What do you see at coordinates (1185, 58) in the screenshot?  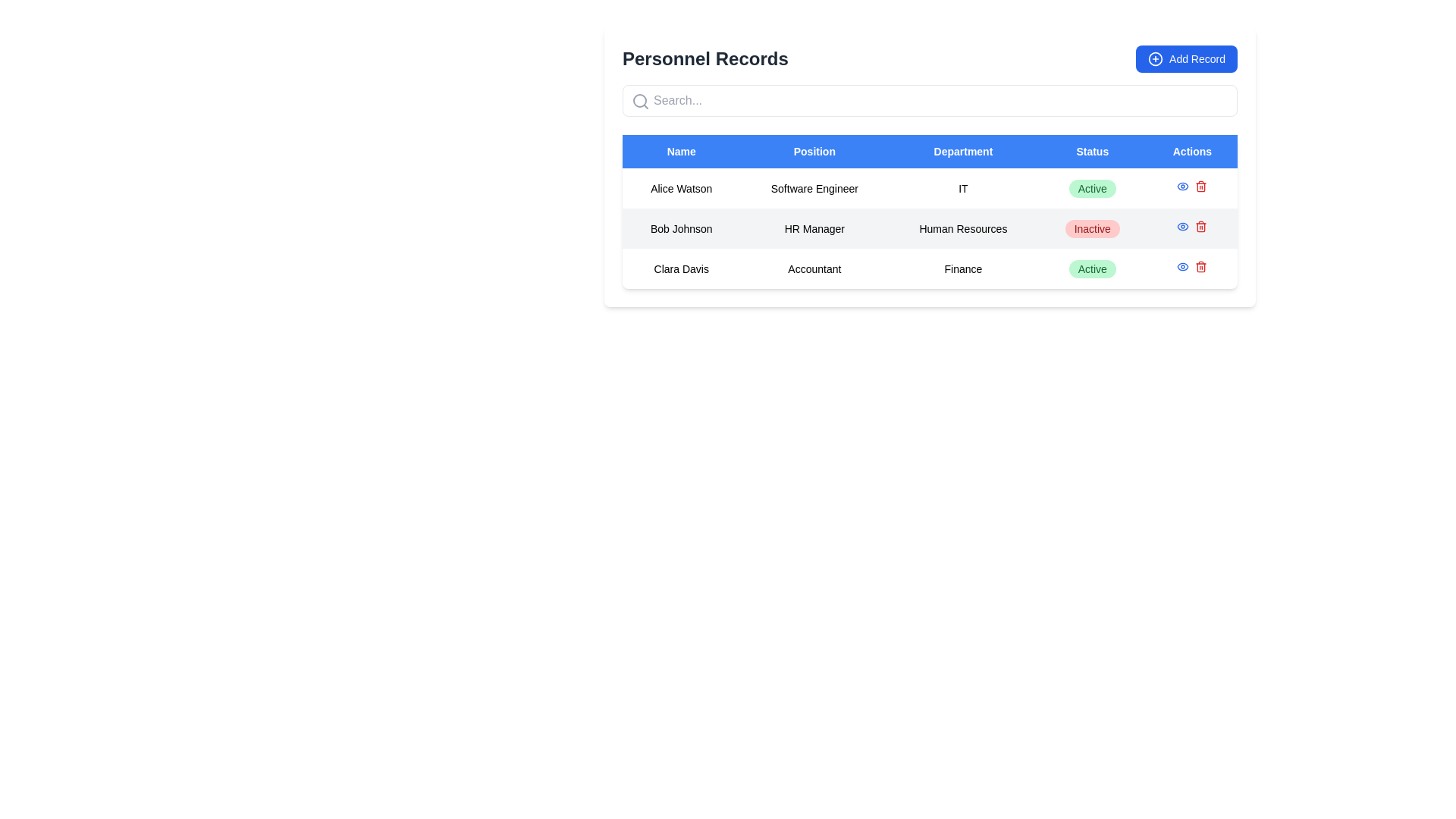 I see `the blue rectangular button labeled 'Add Record' with a '+' icon on the left, located in the top-right section of the header area adjacent to 'Personnel Records'` at bounding box center [1185, 58].